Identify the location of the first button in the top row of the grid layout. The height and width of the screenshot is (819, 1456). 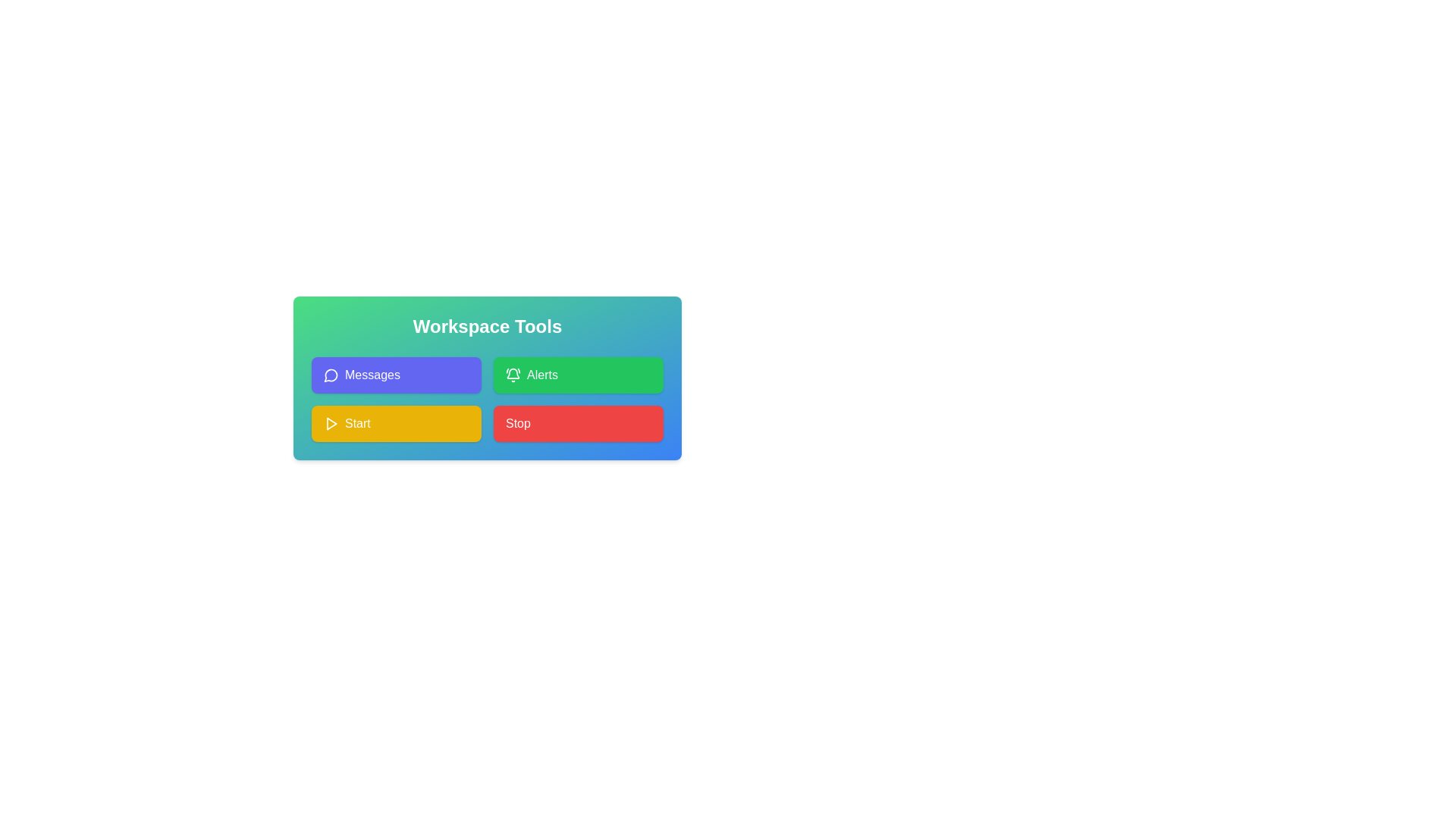
(397, 375).